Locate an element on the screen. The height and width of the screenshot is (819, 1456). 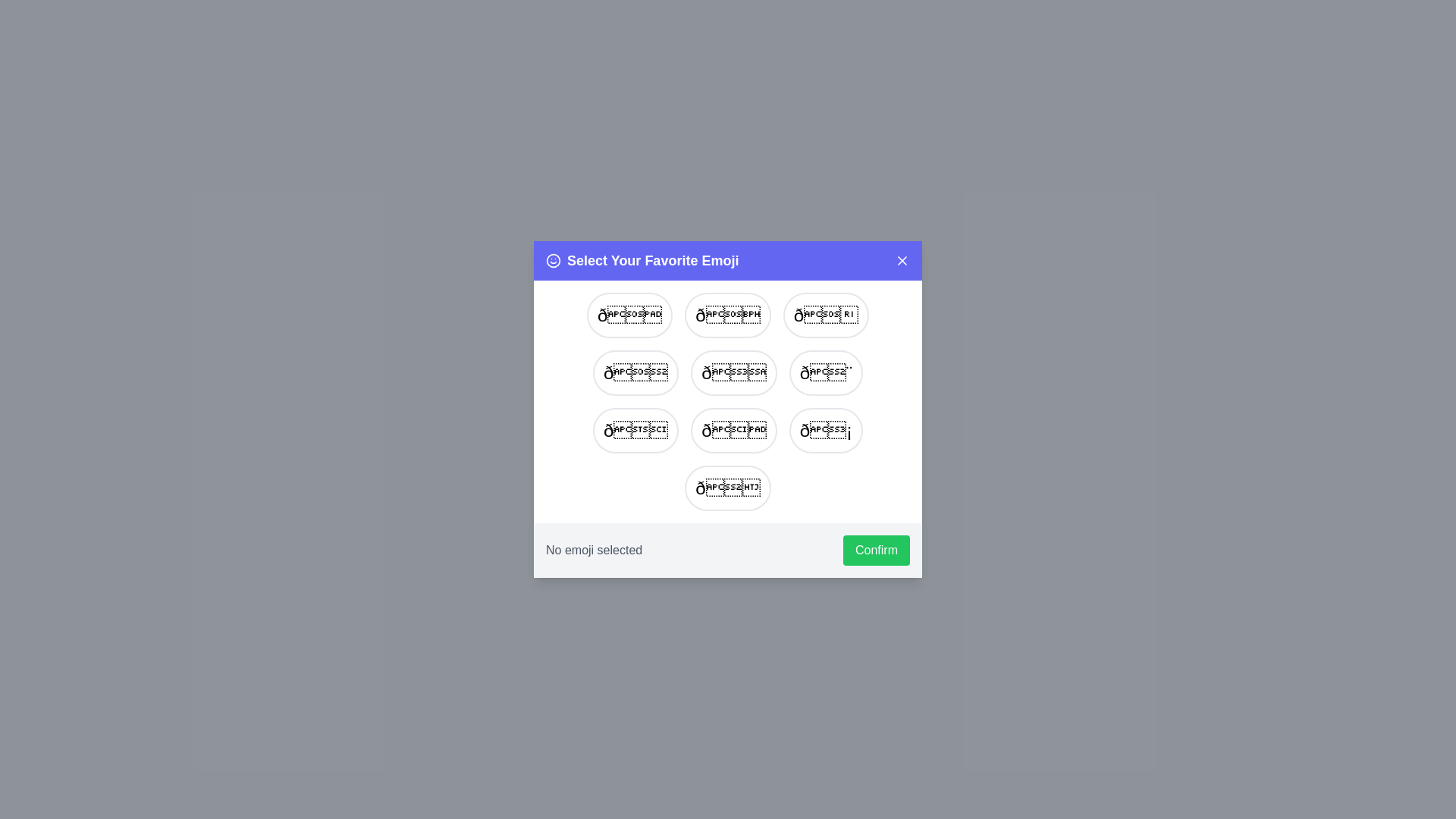
the emoji 🏁 from the list is located at coordinates (825, 430).